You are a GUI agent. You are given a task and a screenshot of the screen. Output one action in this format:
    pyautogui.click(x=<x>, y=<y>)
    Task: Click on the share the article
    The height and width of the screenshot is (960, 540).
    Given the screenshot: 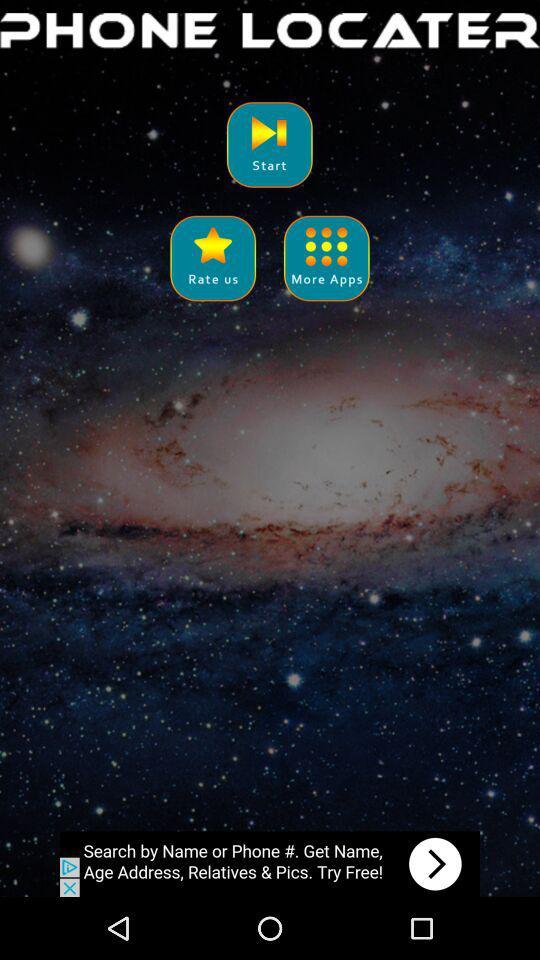 What is the action you would take?
    pyautogui.click(x=212, y=257)
    